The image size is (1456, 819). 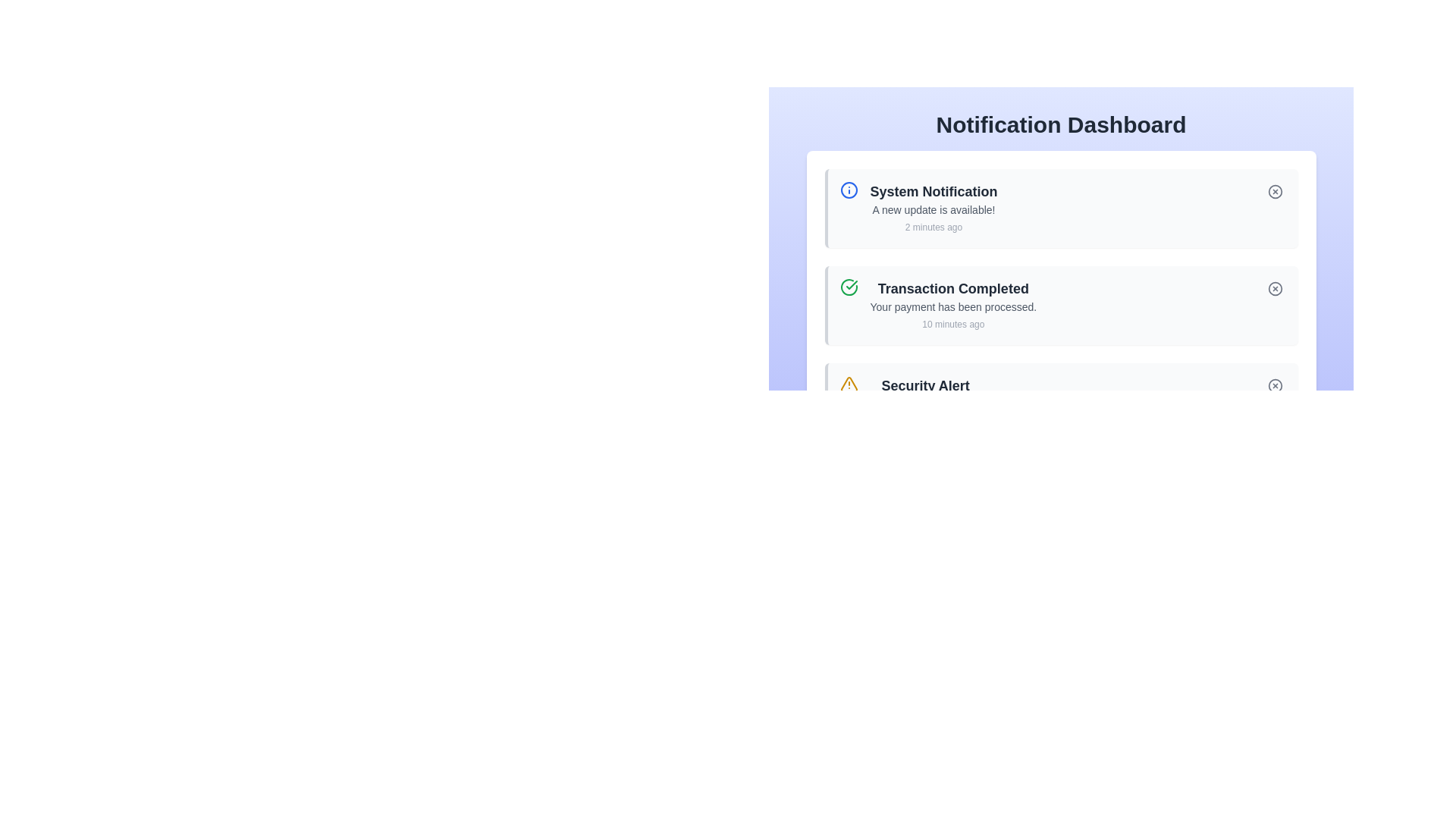 What do you see at coordinates (852, 284) in the screenshot?
I see `the checkmark icon indicating a completed status in the 'Notification Dashboard', which is part of a green-themed SVG image and is located to the left of the 'Transaction Completed' text` at bounding box center [852, 284].